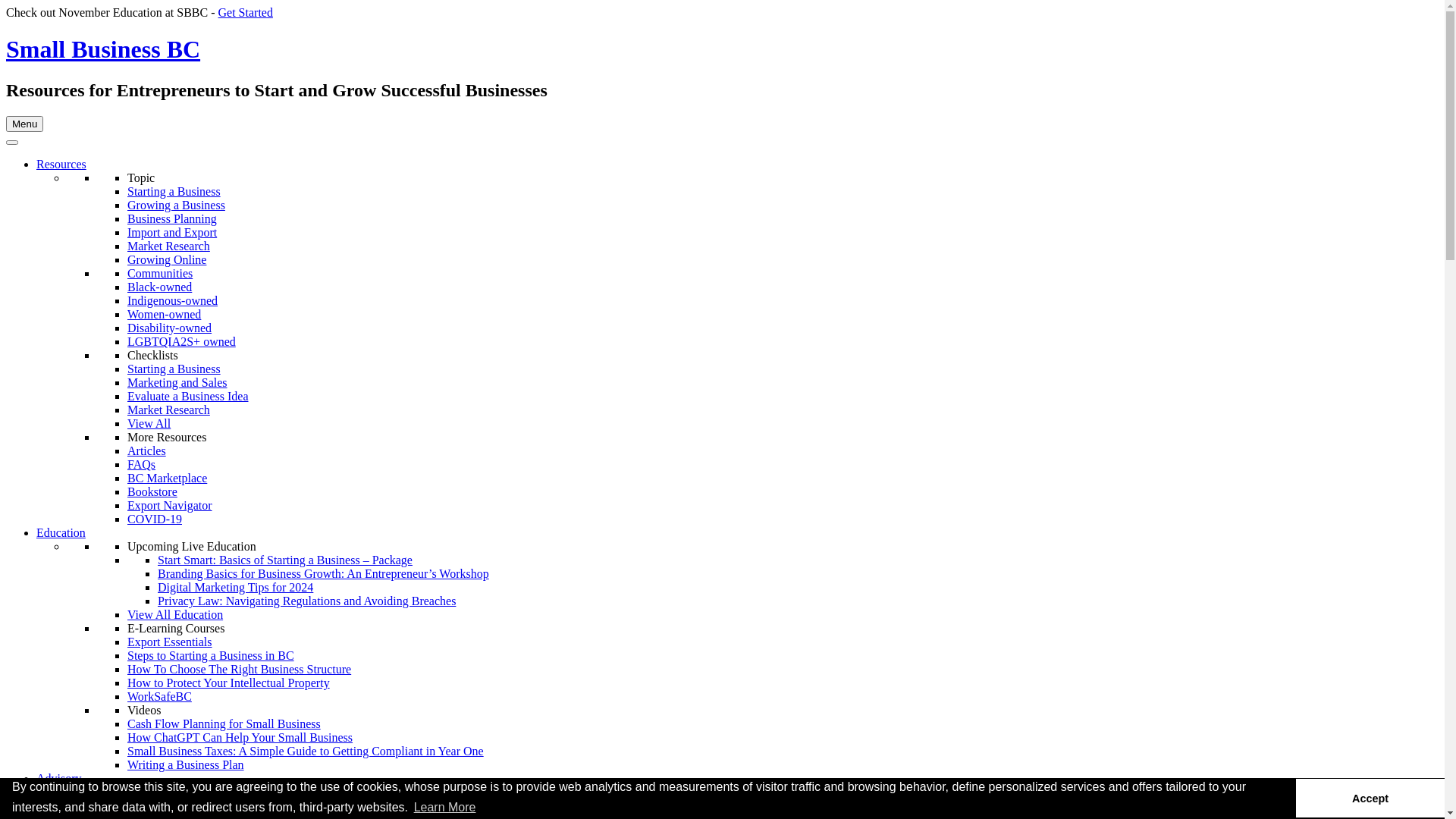 Image resolution: width=1456 pixels, height=819 pixels. Describe the element at coordinates (227, 682) in the screenshot. I see `'How to Protect Your Intellectual Property'` at that location.